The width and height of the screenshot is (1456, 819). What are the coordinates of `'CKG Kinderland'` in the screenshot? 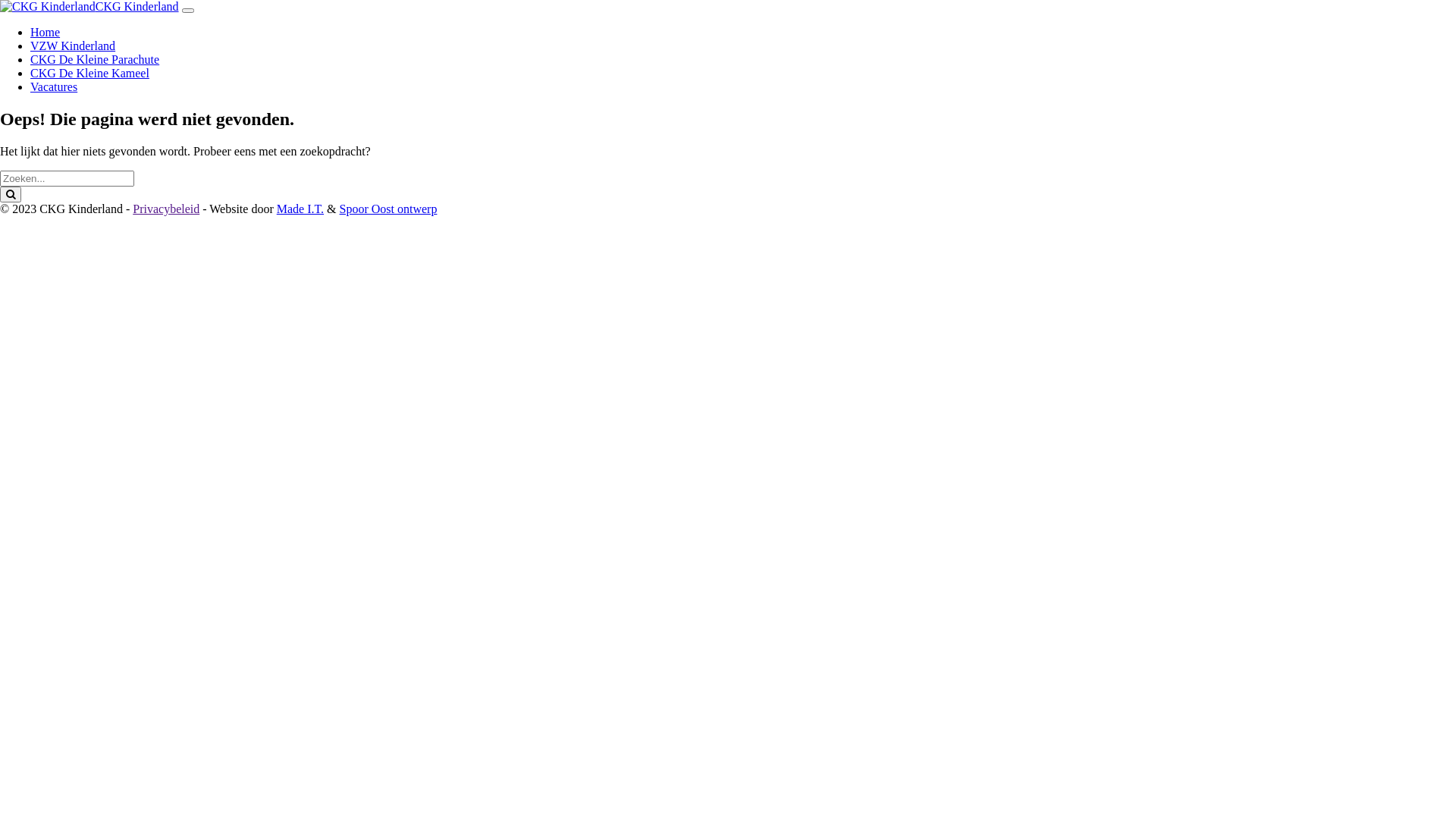 It's located at (137, 6).